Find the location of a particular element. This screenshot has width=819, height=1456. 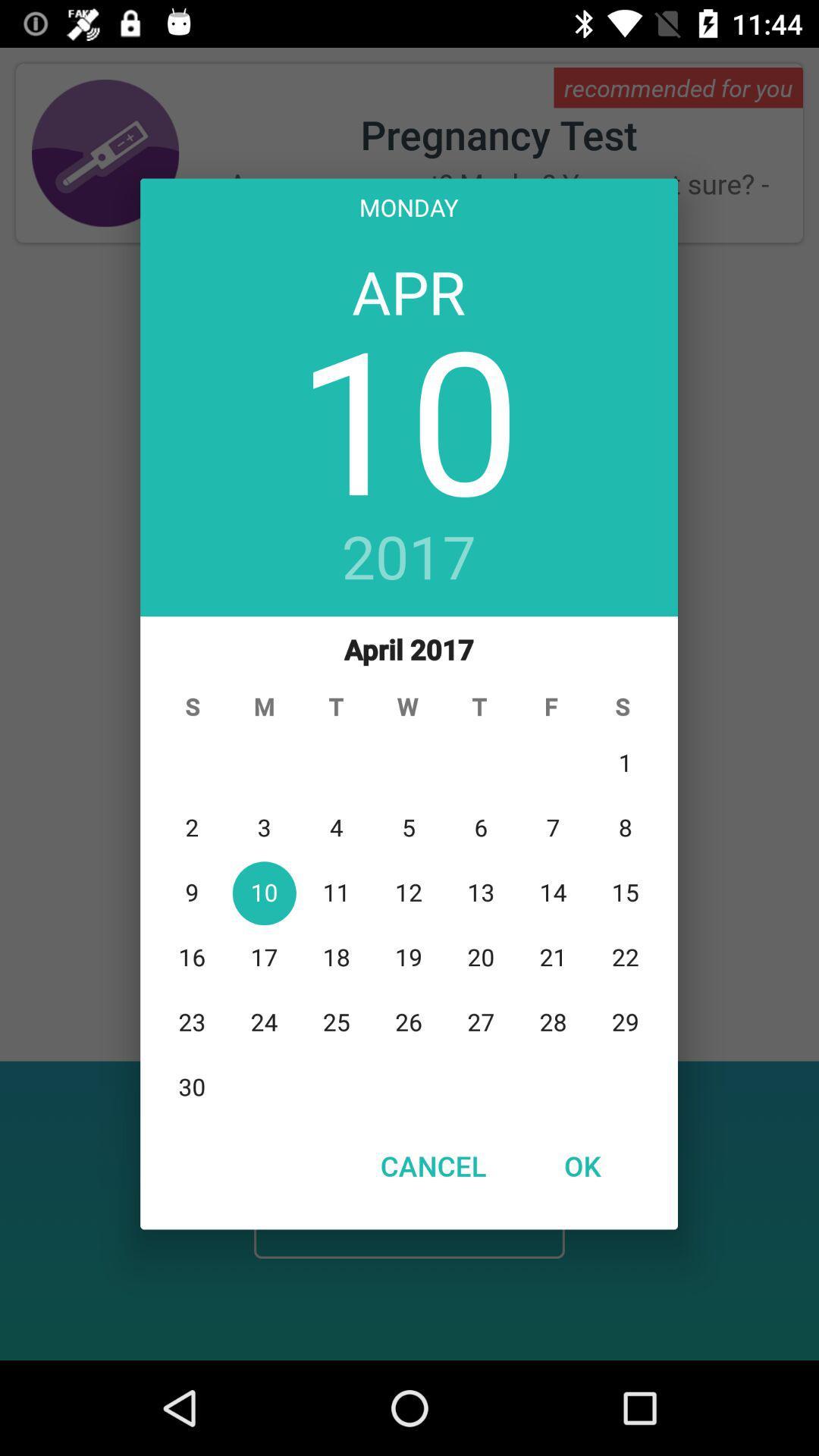

the cancel item is located at coordinates (433, 1165).